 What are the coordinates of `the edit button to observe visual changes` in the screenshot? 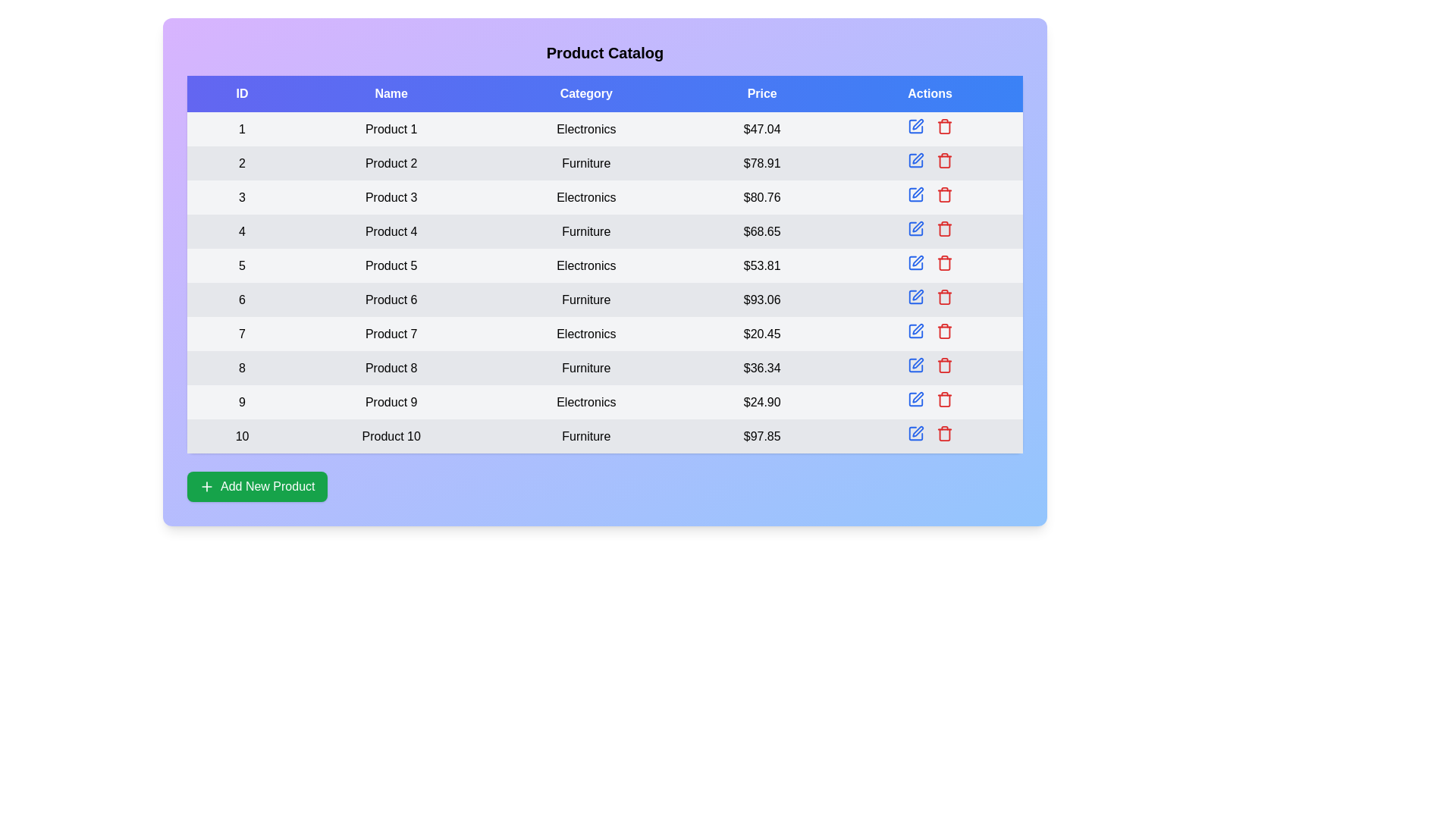 It's located at (915, 125).